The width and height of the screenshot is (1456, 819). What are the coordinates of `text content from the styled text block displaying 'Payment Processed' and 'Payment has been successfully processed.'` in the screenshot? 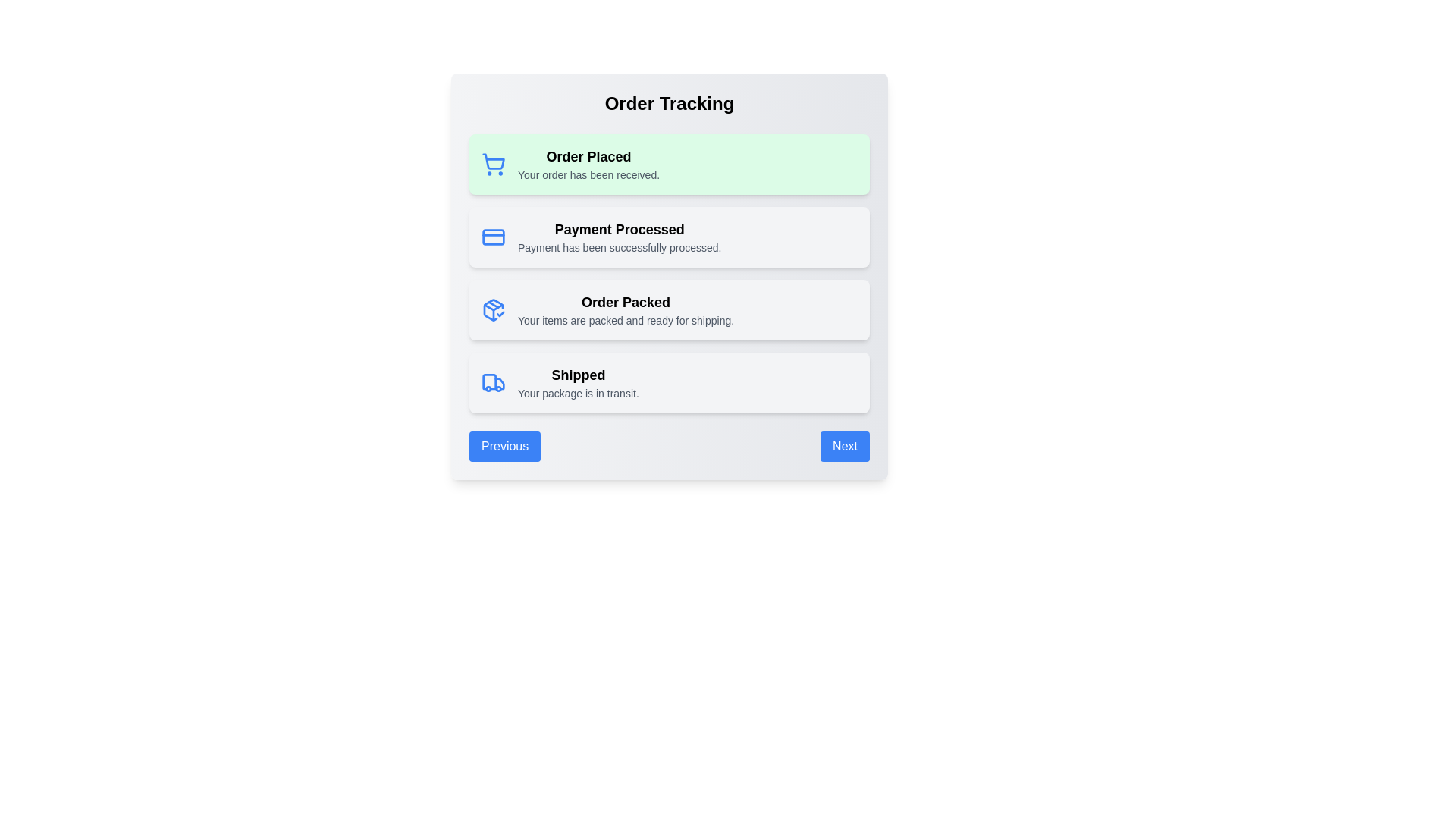 It's located at (620, 237).